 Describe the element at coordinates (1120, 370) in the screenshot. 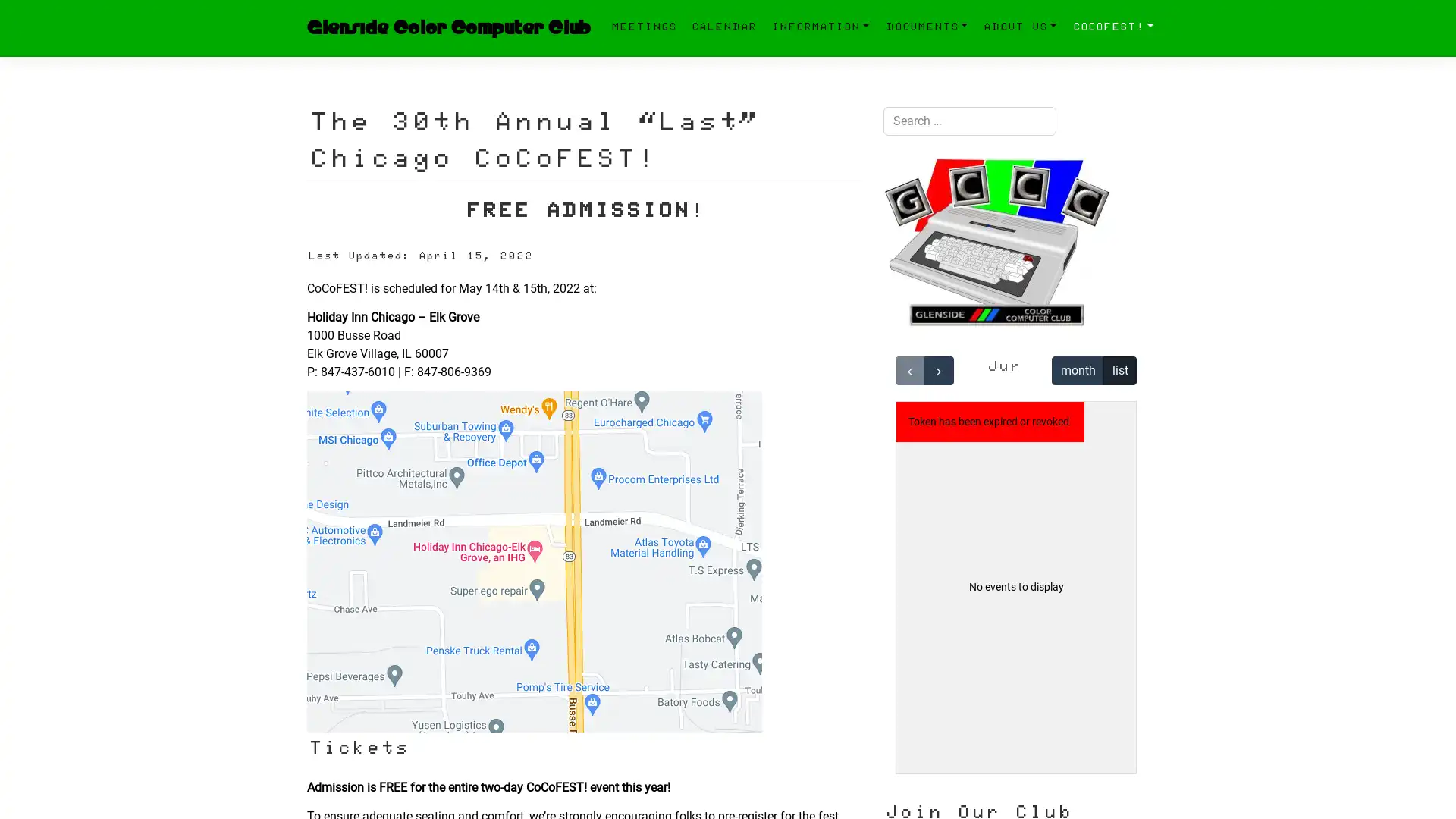

I see `list` at that location.